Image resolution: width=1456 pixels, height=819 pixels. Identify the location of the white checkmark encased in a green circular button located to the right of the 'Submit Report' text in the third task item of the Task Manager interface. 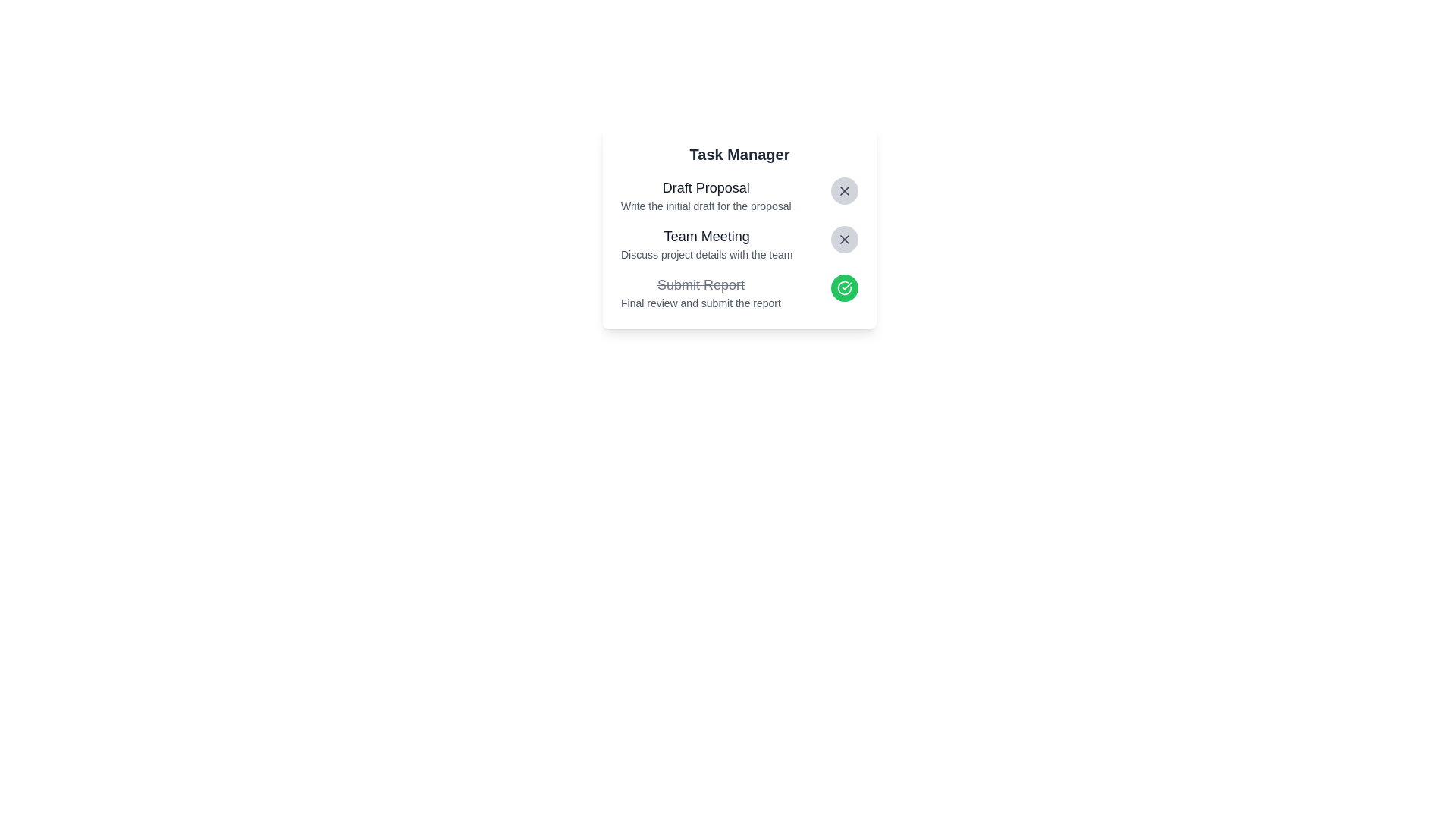
(843, 288).